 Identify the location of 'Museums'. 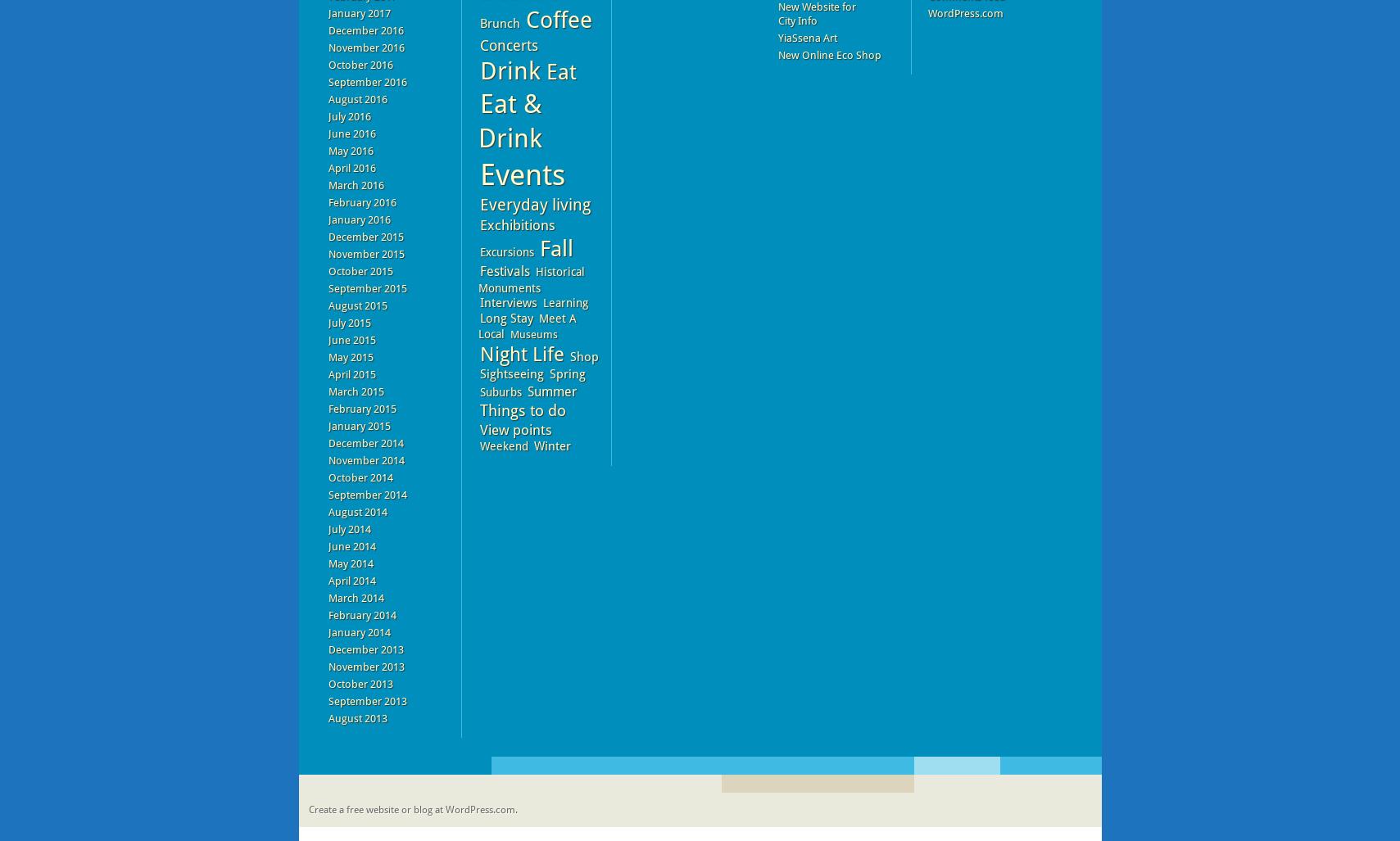
(532, 333).